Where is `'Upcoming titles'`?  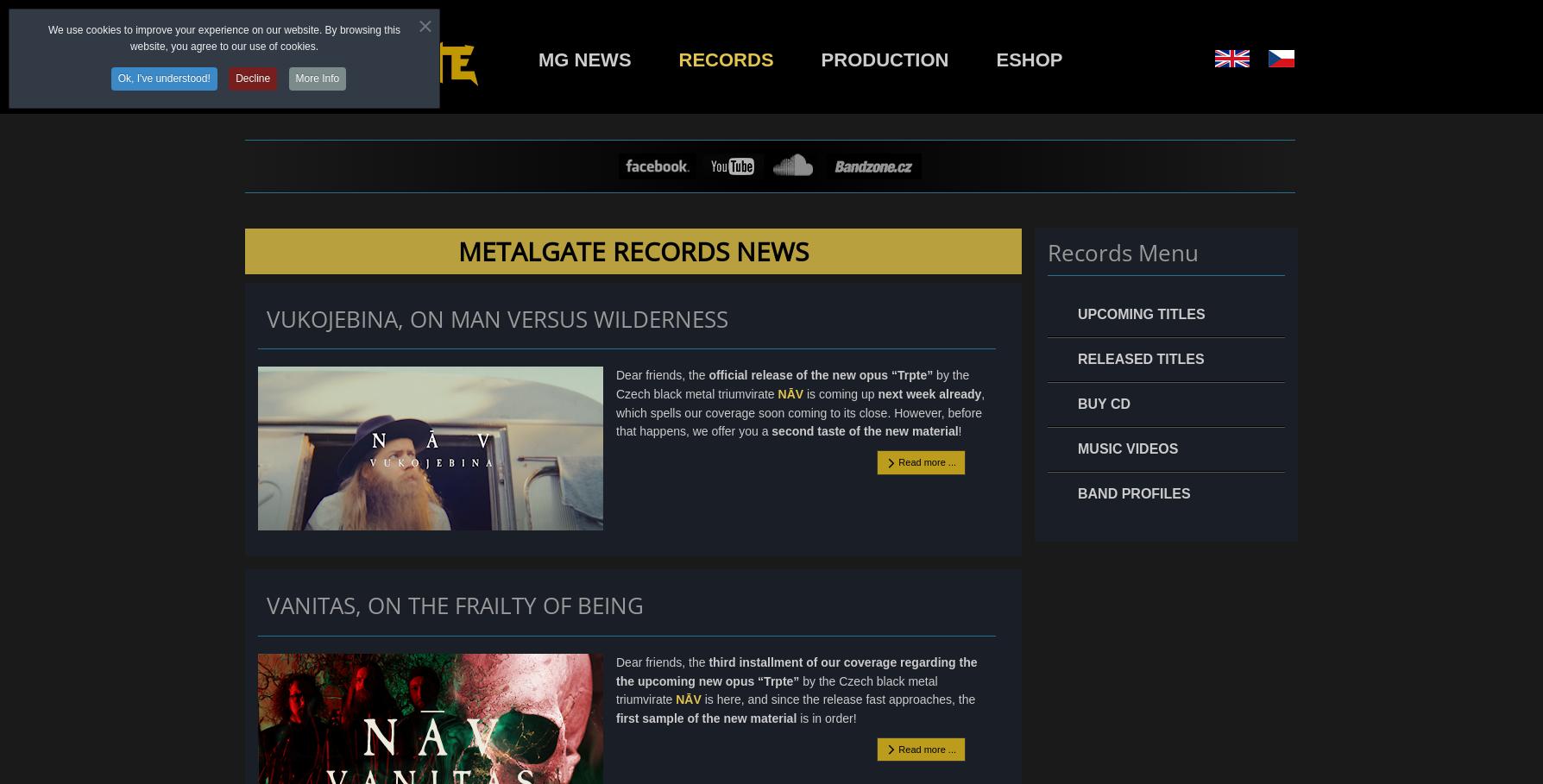 'Upcoming titles' is located at coordinates (1140, 313).